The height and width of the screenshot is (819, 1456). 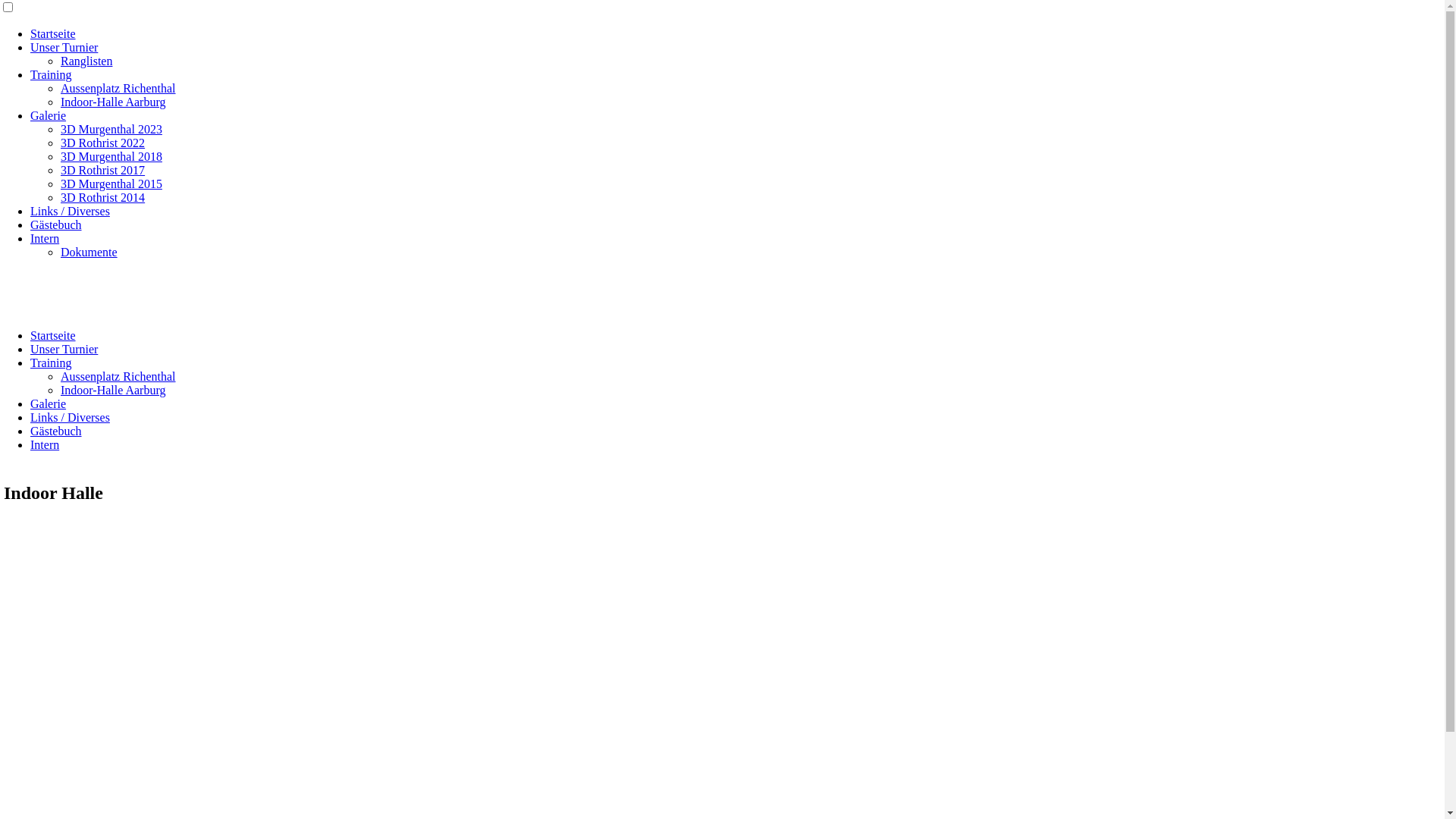 I want to click on 'Unser Turnier', so click(x=63, y=46).